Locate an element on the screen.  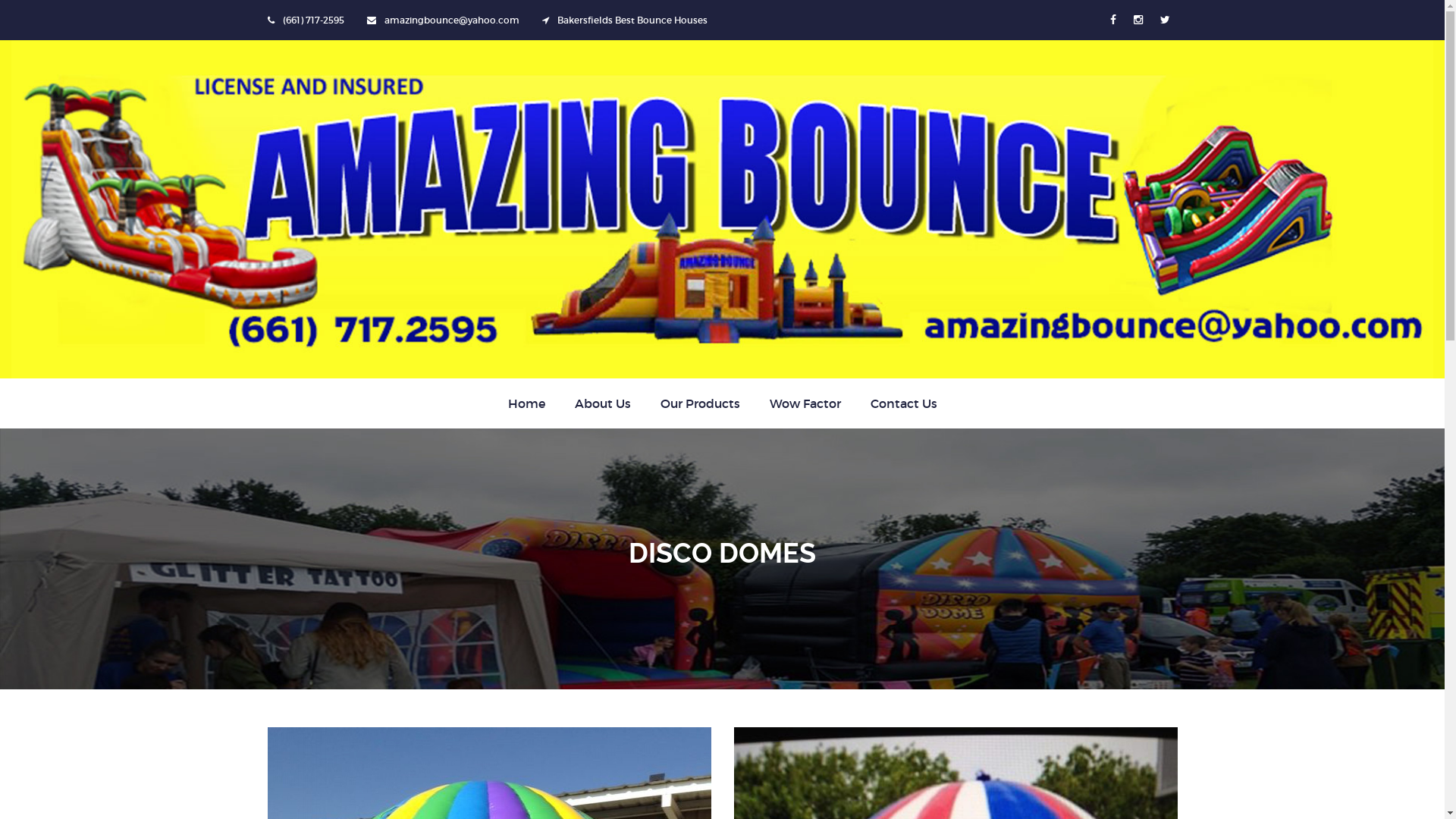
'Wow Factor' is located at coordinates (803, 403).